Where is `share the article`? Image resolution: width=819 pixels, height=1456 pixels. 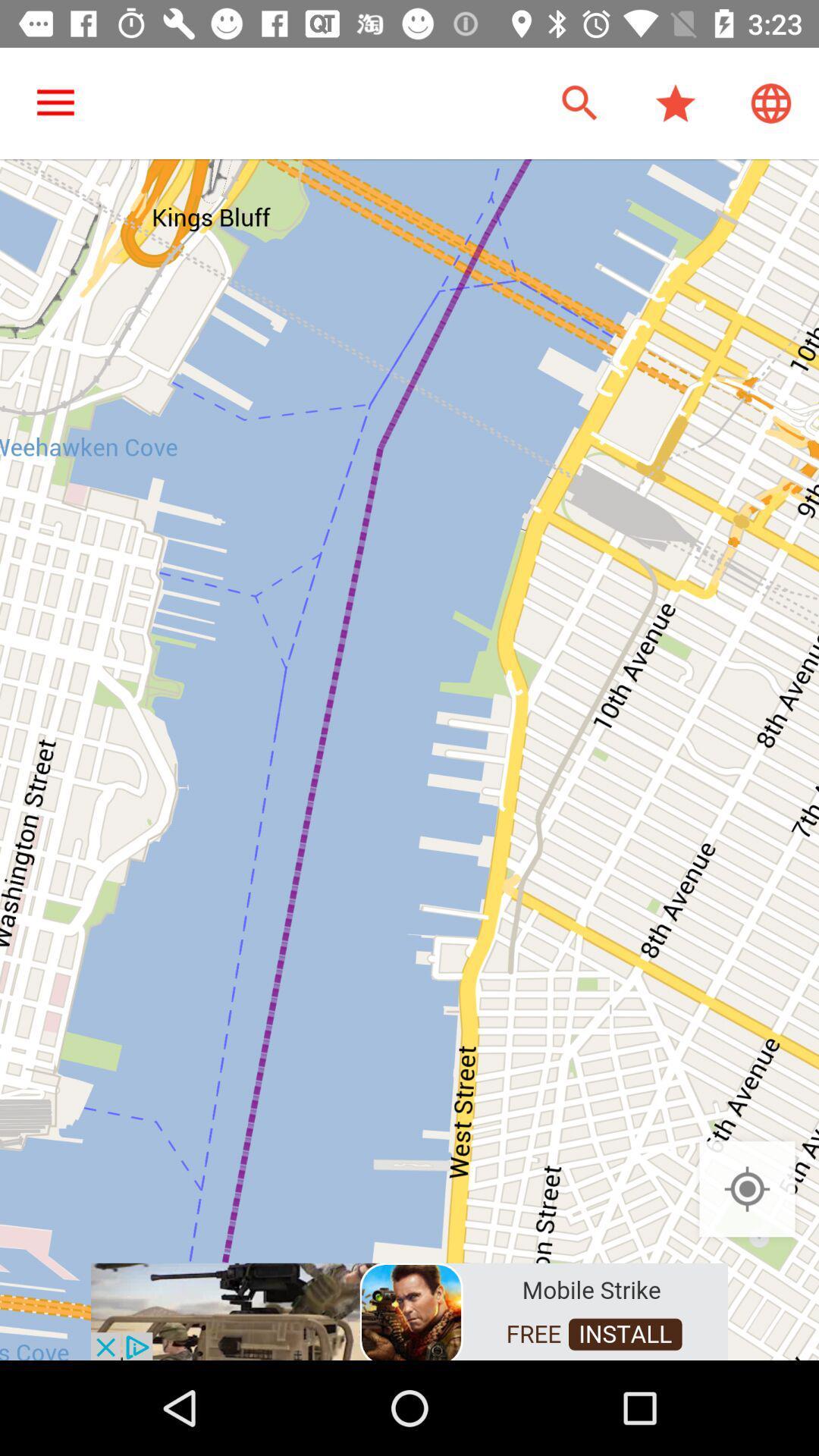
share the article is located at coordinates (409, 1310).